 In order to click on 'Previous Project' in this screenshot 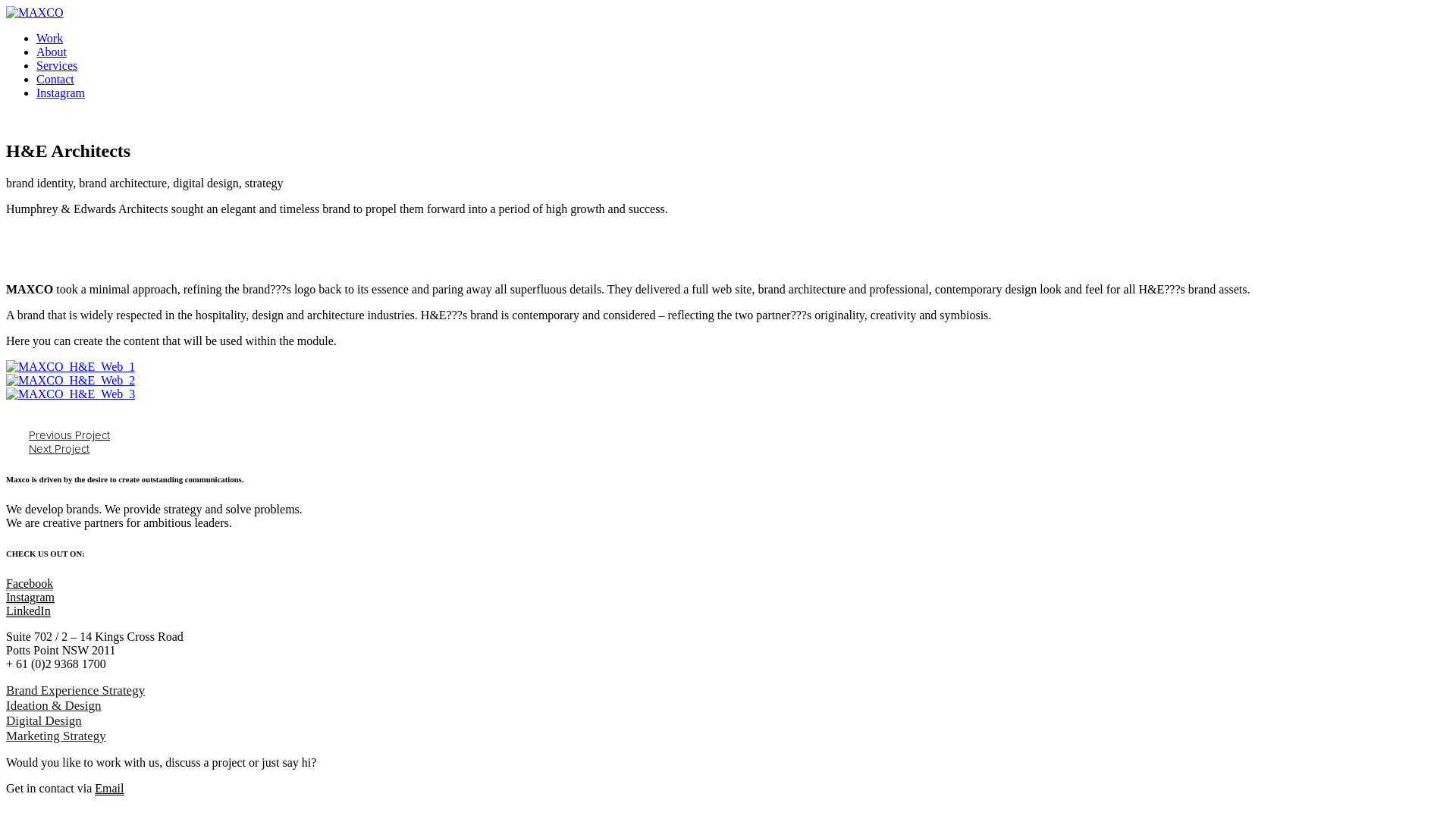, I will do `click(68, 435)`.